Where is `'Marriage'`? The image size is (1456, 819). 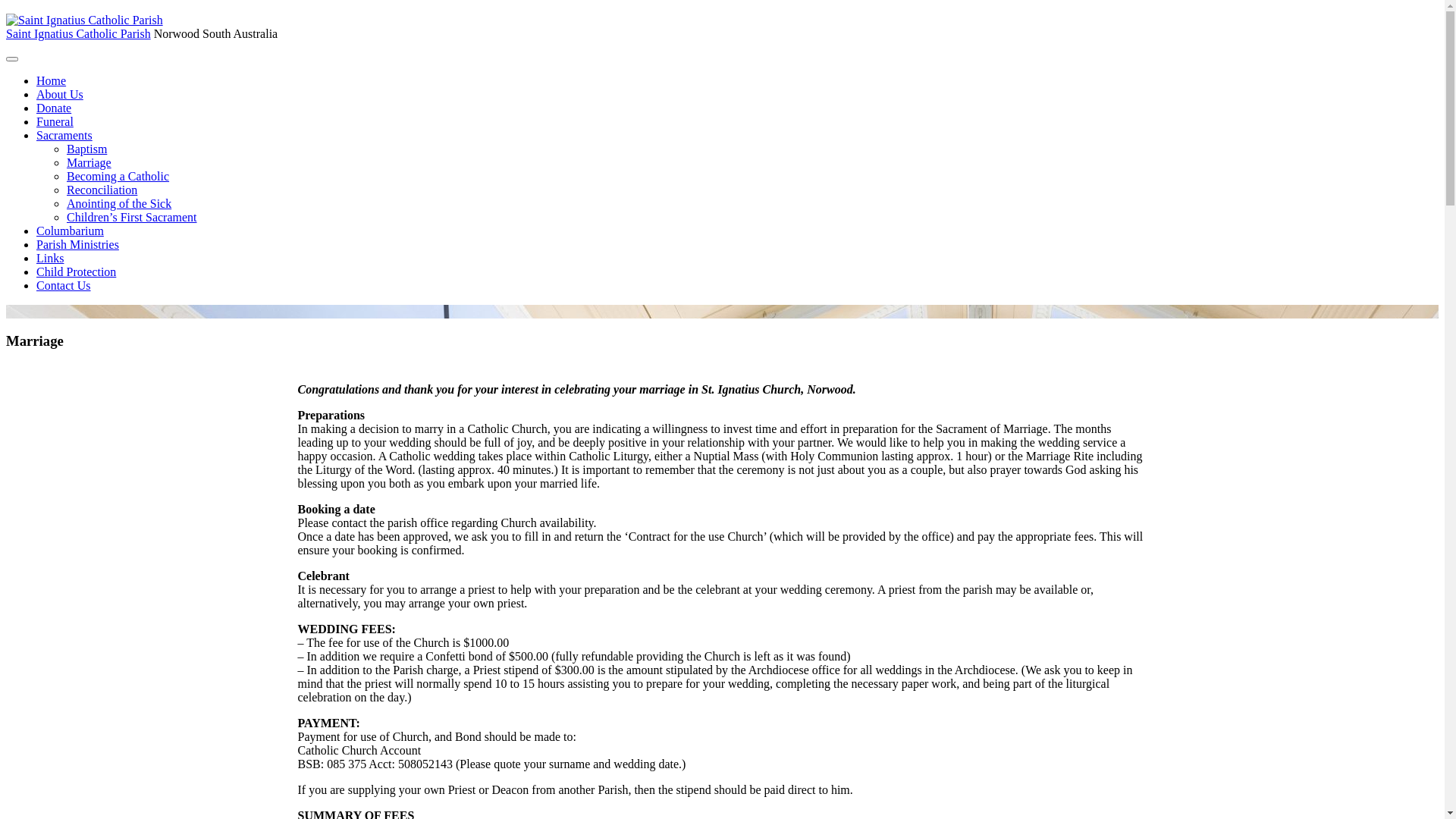
'Marriage' is located at coordinates (88, 162).